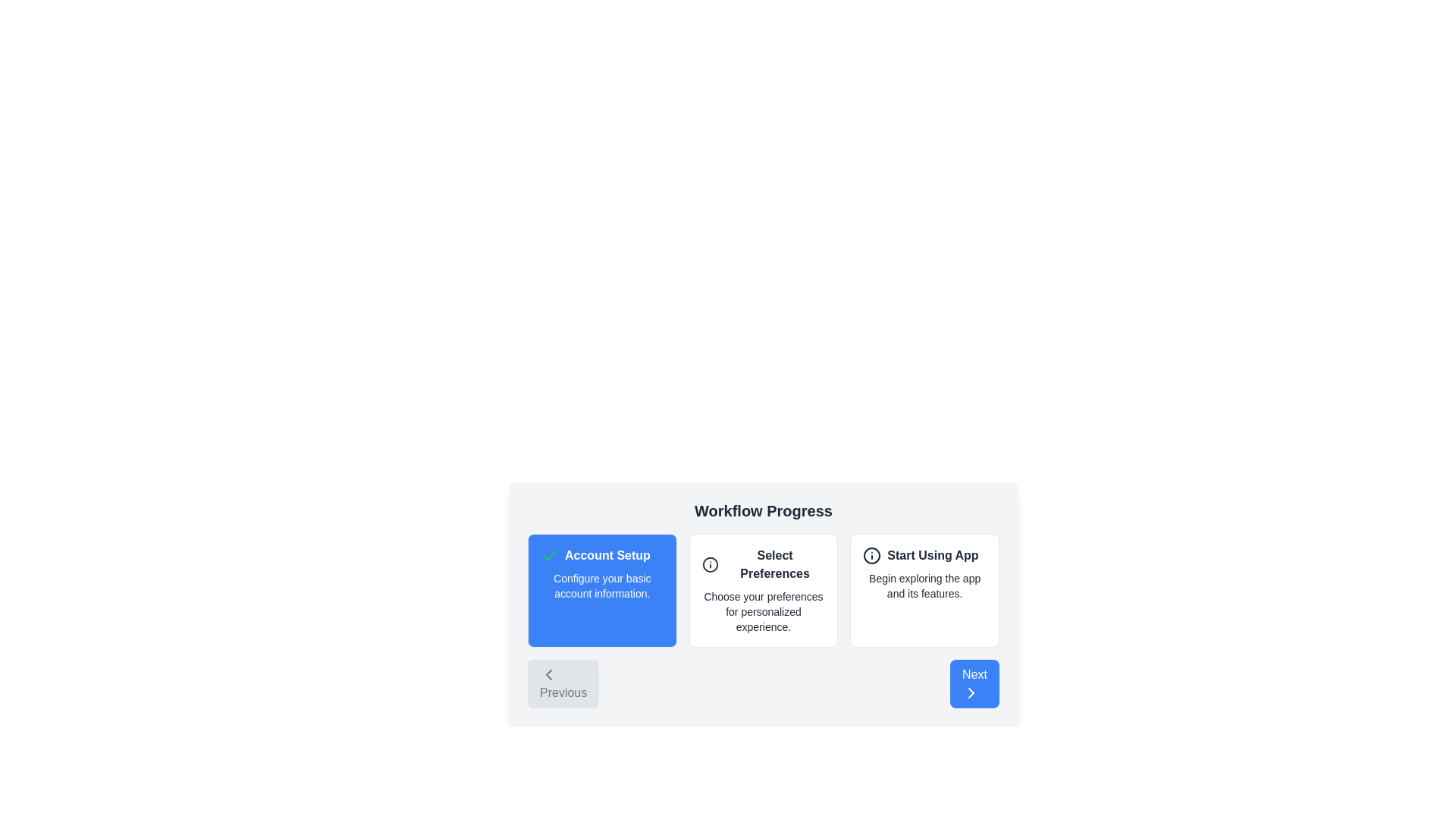 The width and height of the screenshot is (1456, 819). Describe the element at coordinates (764, 610) in the screenshot. I see `the text label displaying 'Choose your preferences for personalized experience.' which is located below the heading 'Select Preferences.'` at that location.